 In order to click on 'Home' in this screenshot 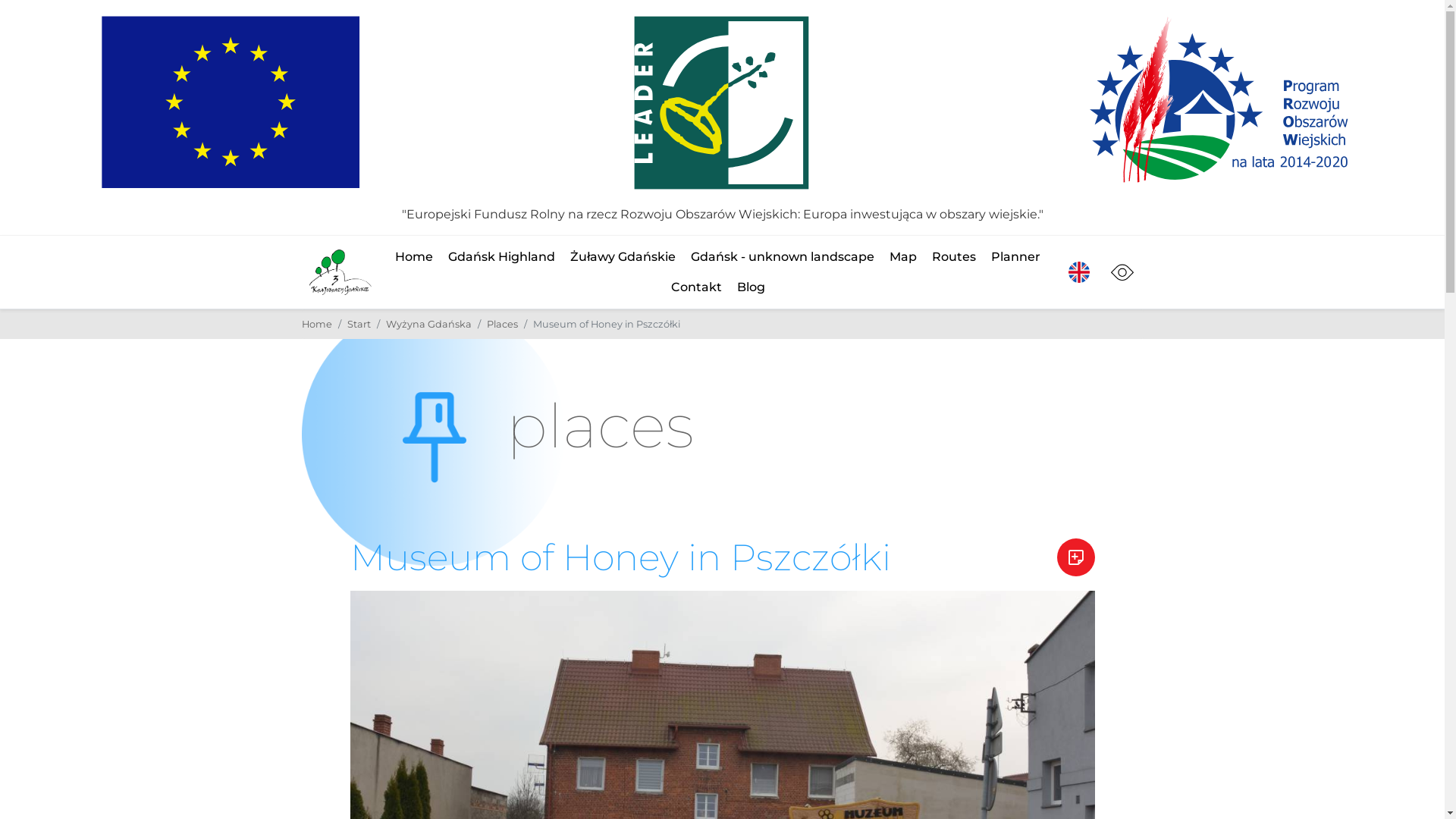, I will do `click(414, 256)`.